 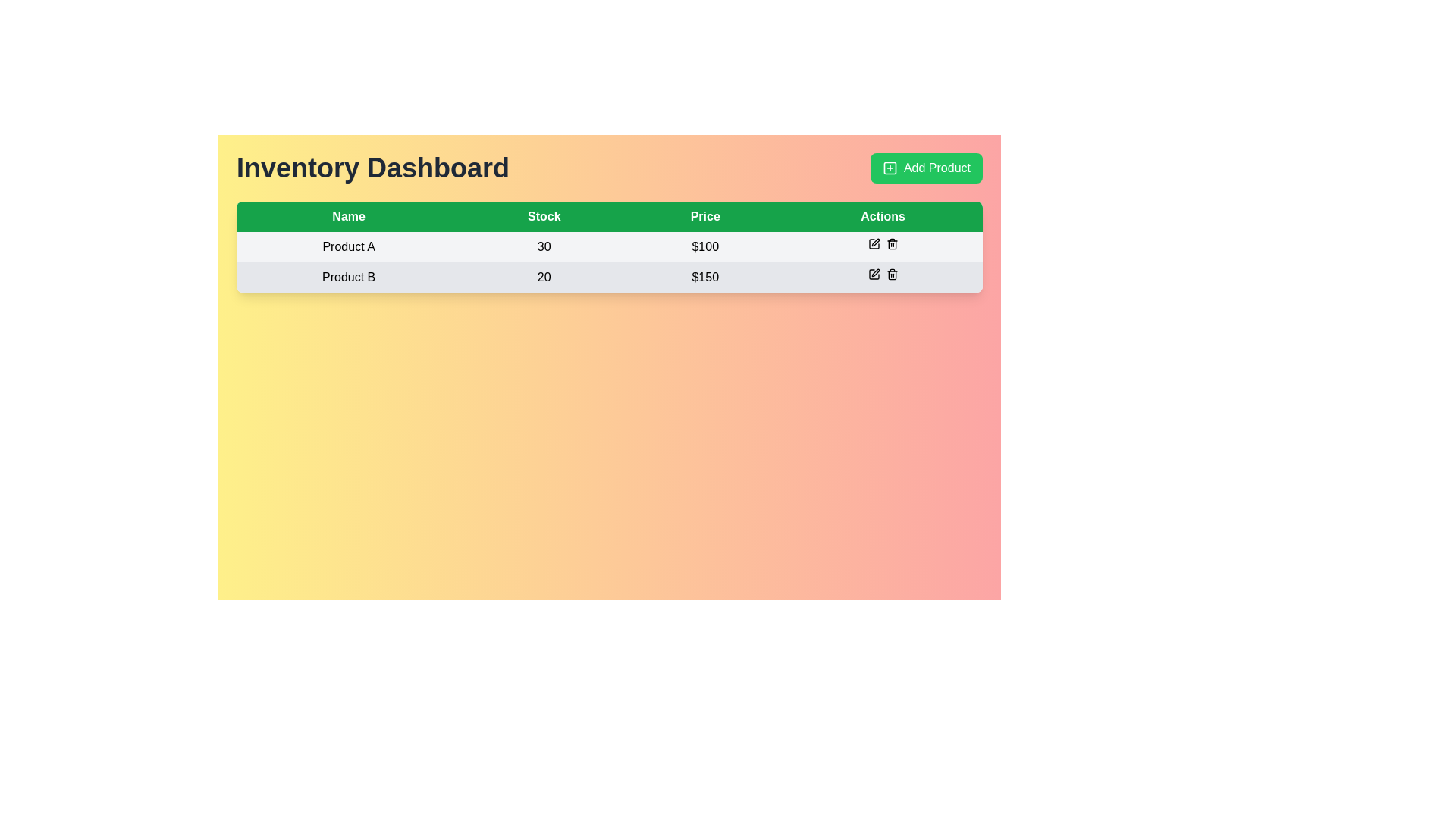 I want to click on the 'Price' text label, which is styled with a bold font and centered within a green rectangular background, located in the header of a table as the third column header, so click(x=704, y=216).